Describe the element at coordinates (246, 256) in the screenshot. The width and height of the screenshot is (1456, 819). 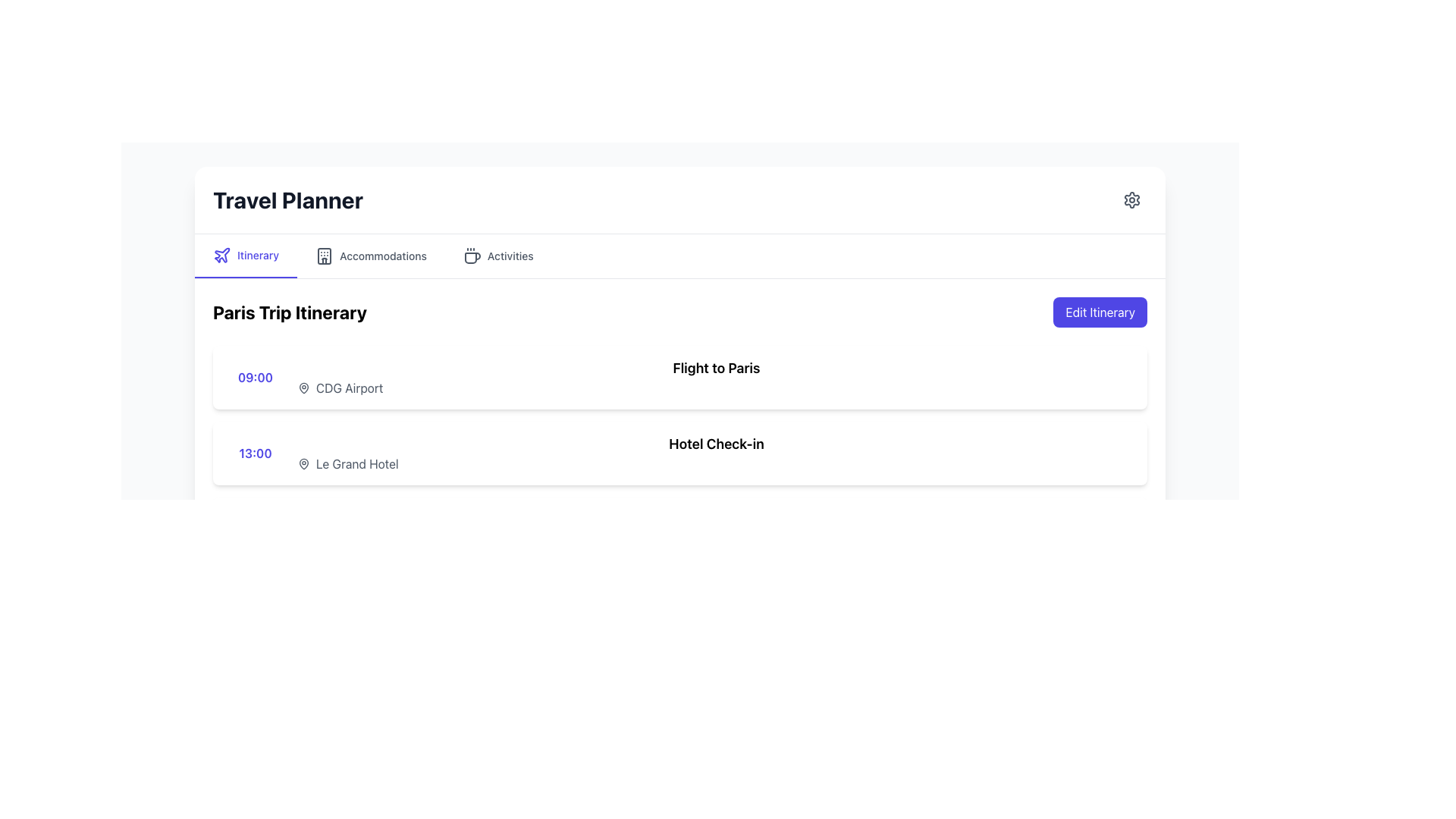
I see `the 'Itinerary' navigation menu item, which is the first option in the horizontal menu and features purple text with an underline and a plane icon` at that location.